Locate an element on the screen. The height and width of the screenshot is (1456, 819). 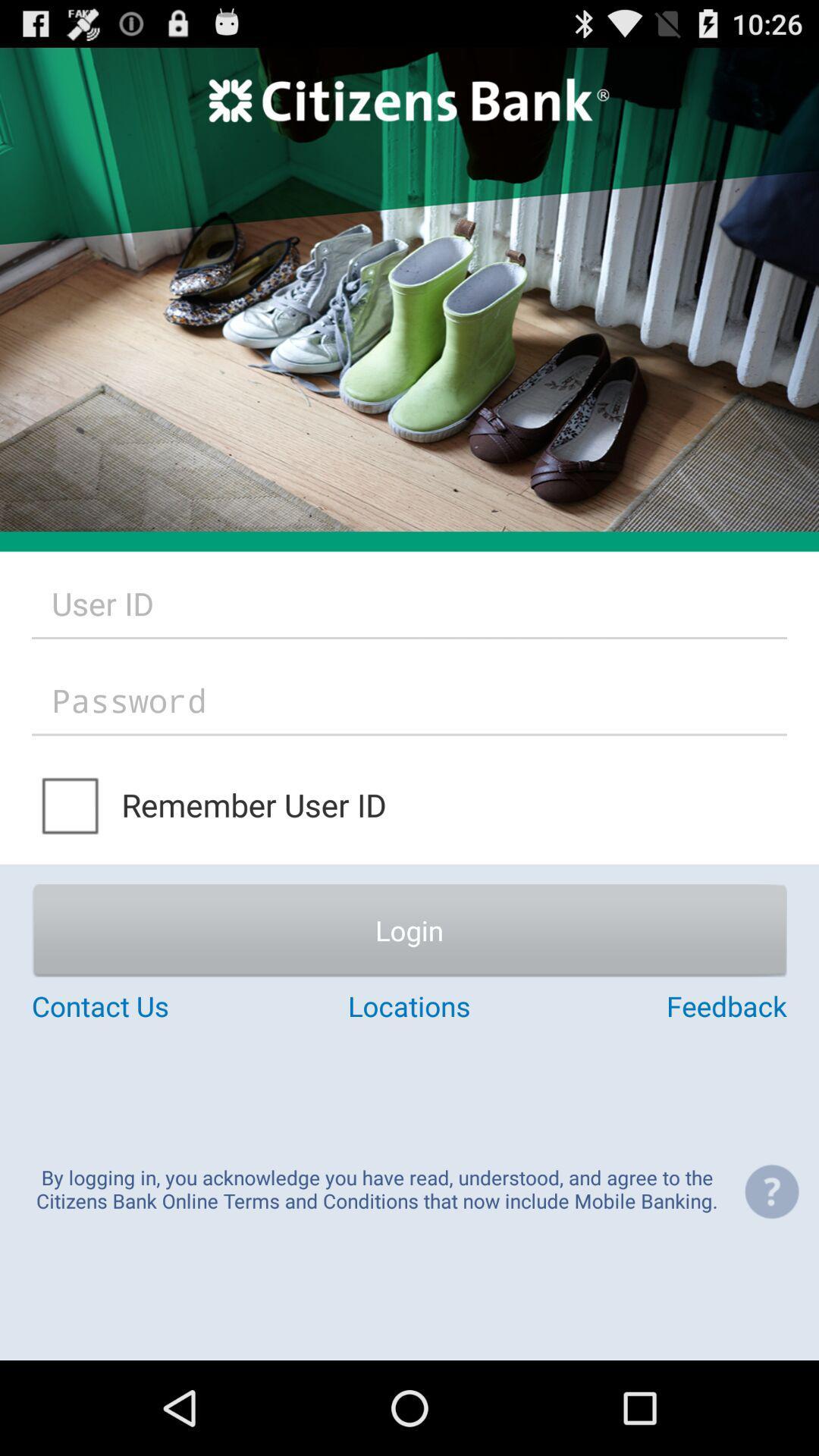
the icon to the left of feedback is located at coordinates (408, 1006).